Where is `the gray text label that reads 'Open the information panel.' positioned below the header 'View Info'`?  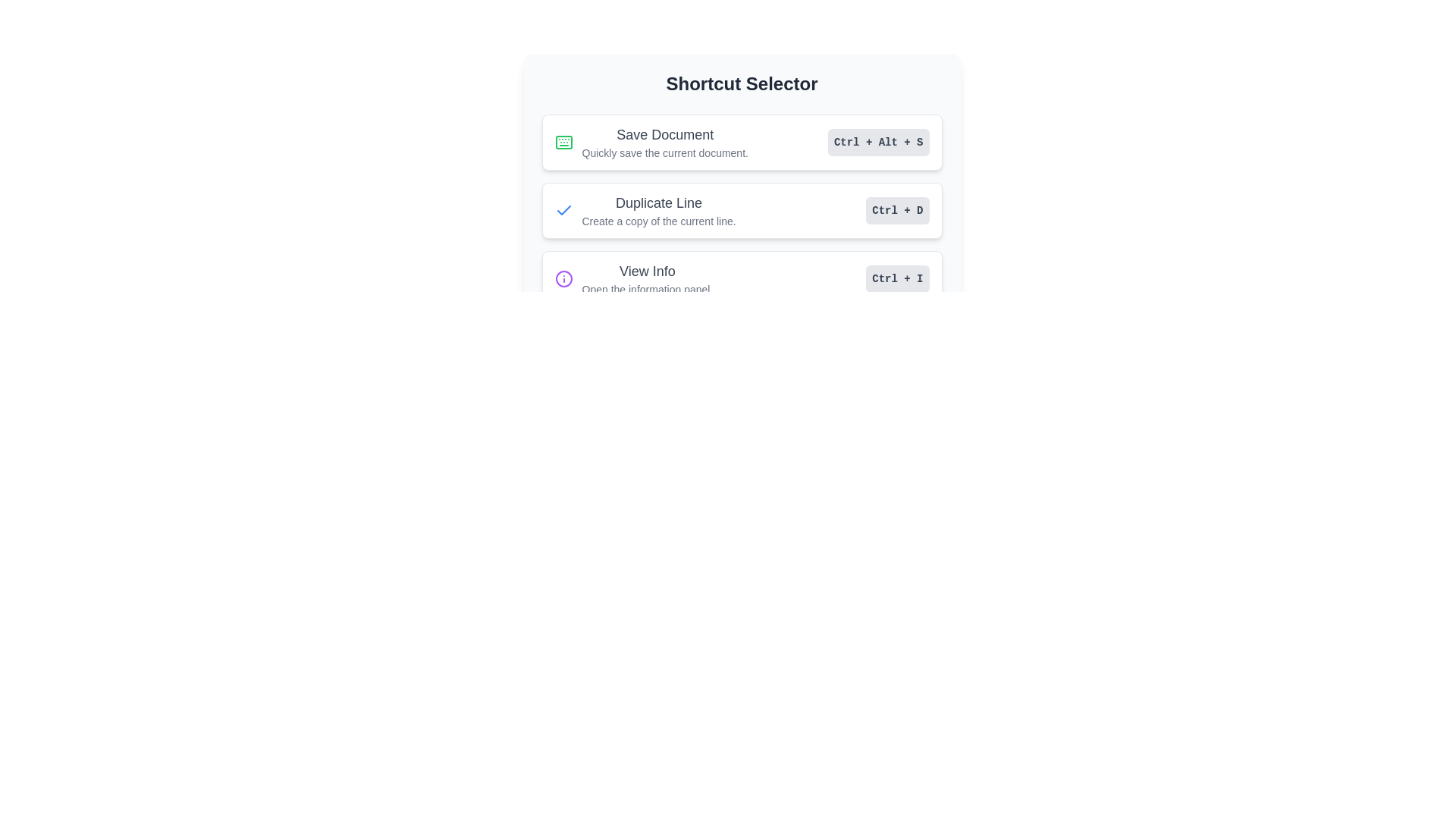 the gray text label that reads 'Open the information panel.' positioned below the header 'View Info' is located at coordinates (647, 289).